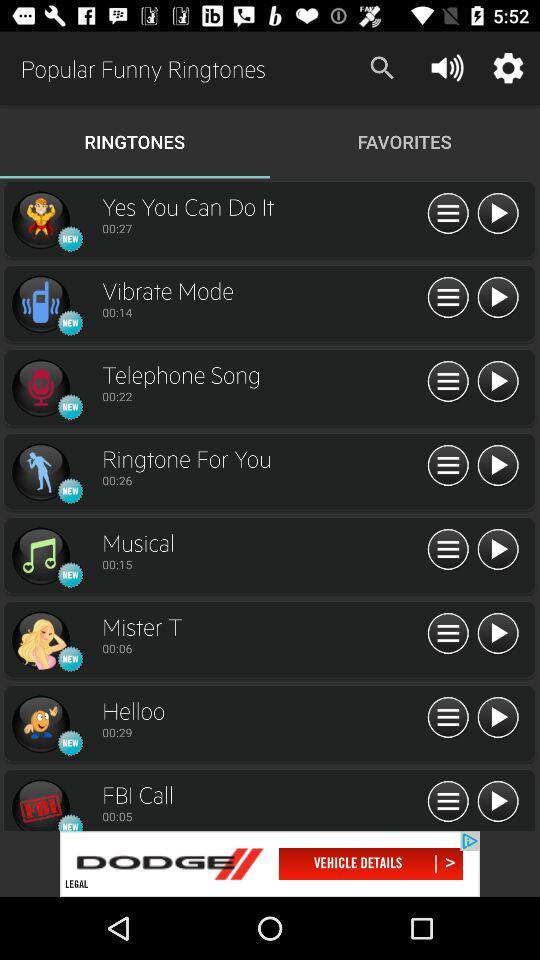 The height and width of the screenshot is (960, 540). What do you see at coordinates (496, 214) in the screenshot?
I see `stop button` at bounding box center [496, 214].